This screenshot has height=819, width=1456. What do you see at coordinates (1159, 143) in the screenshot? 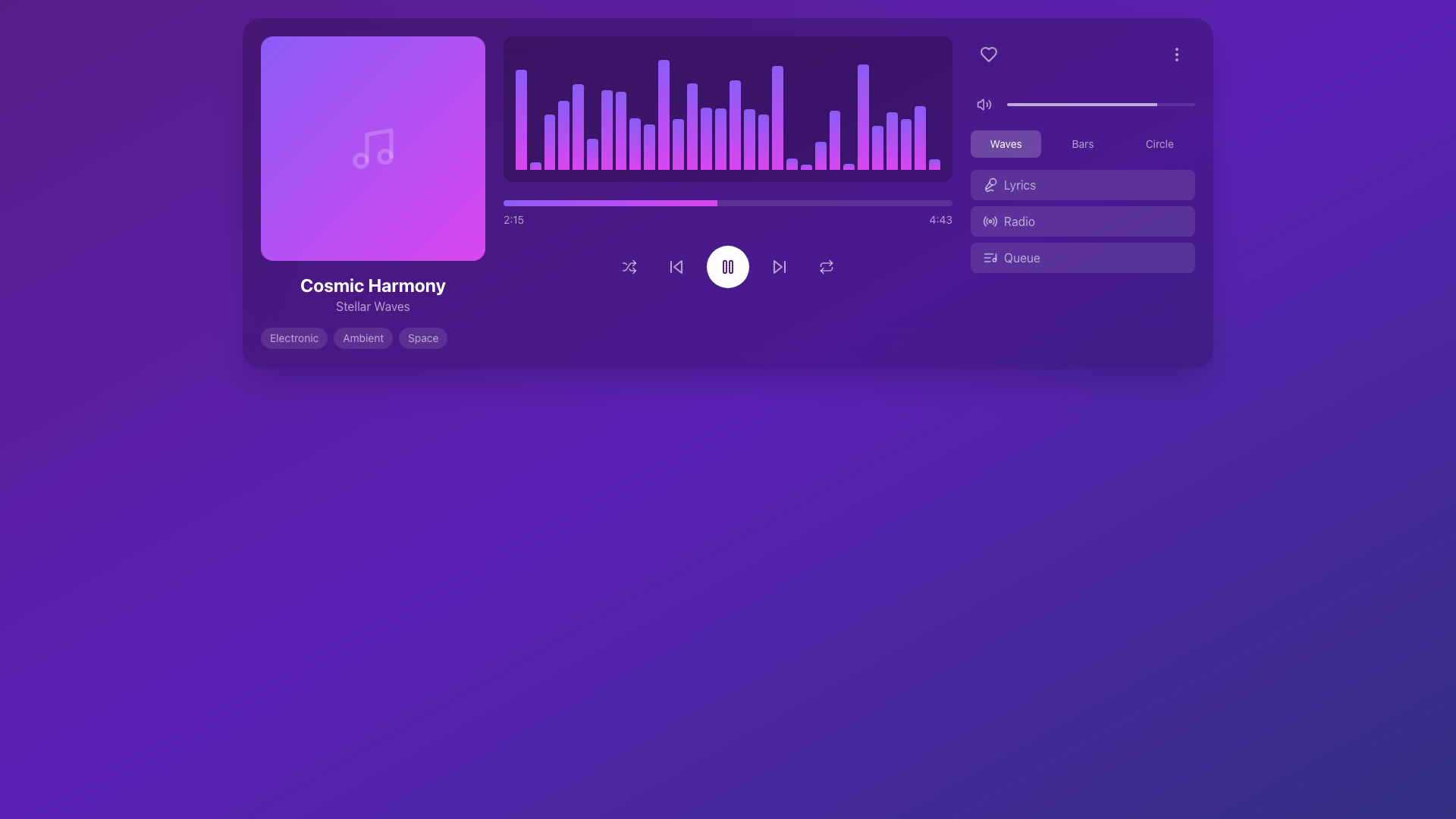
I see `the 'Circle' button, which is the third button in a horizontally aligned set labeled 'Waves', 'Bars', and 'Circle'` at bounding box center [1159, 143].